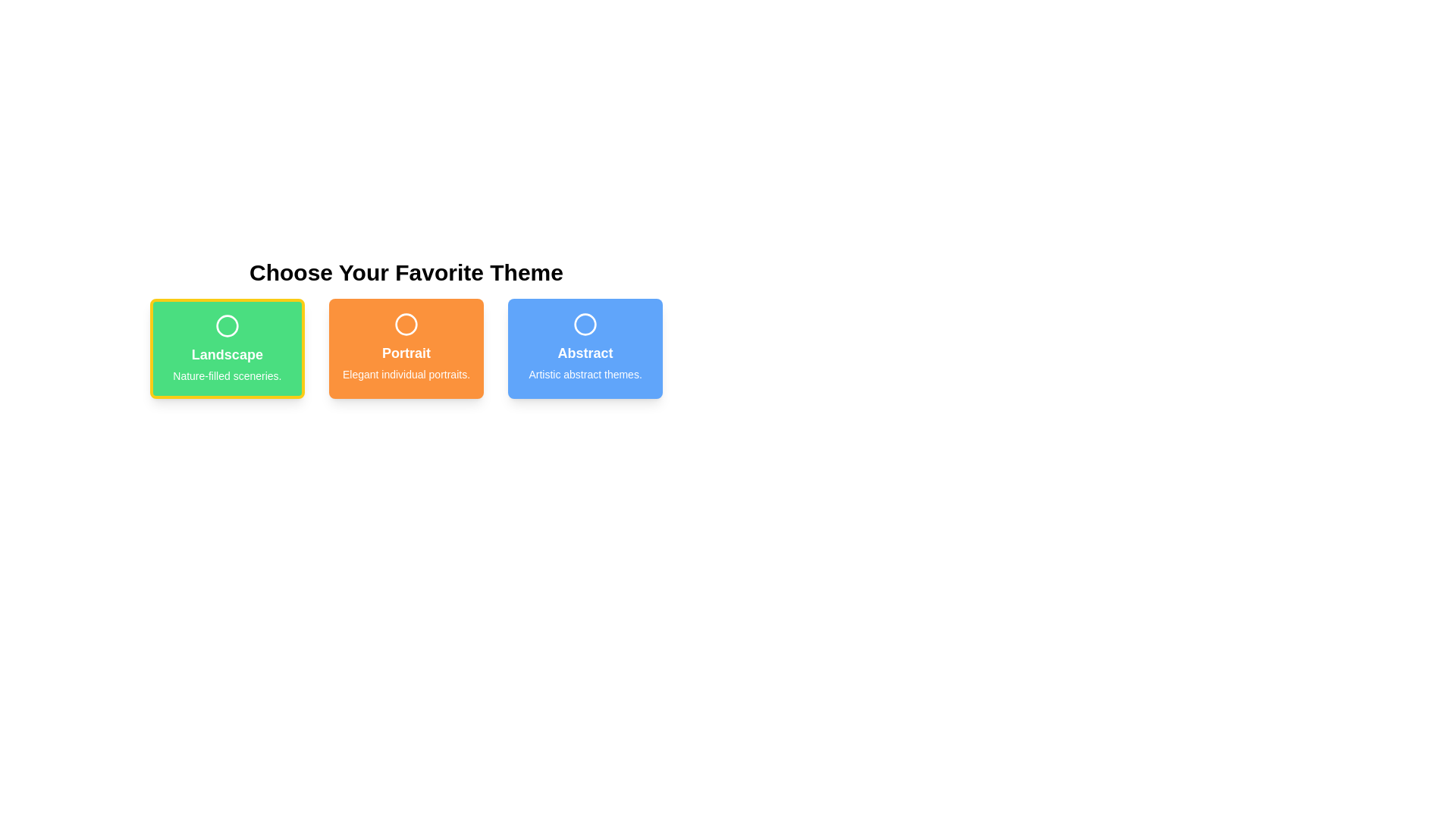 Image resolution: width=1456 pixels, height=819 pixels. I want to click on the 'Abstract' text label, which is displayed in bold white color, within the blue rectangular box located in the third card of the menu, so click(585, 353).